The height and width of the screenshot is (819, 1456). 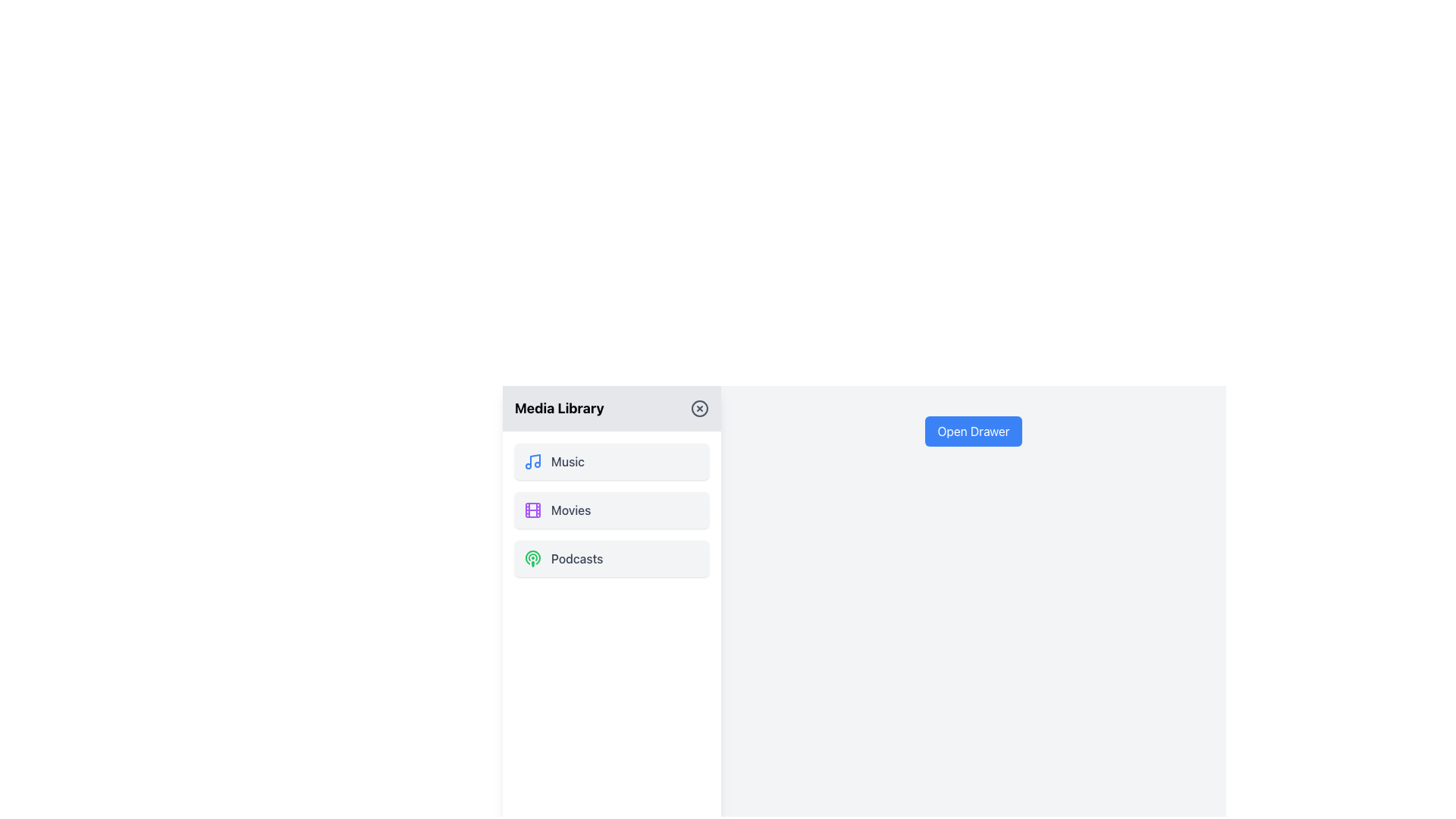 I want to click on the first List item labeled 'Music' in the 'Media Library' panel, so click(x=611, y=461).